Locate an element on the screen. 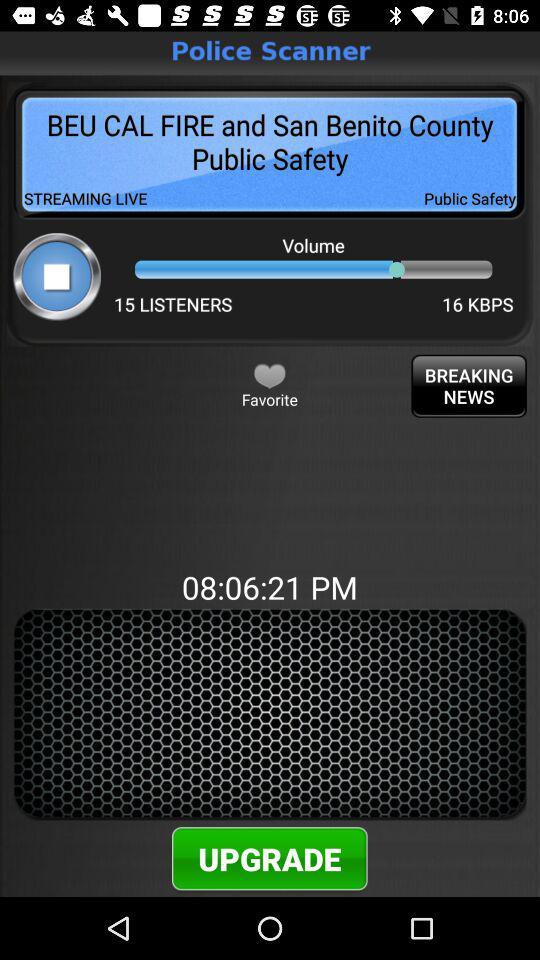 This screenshot has height=960, width=540. button next to the breaking is located at coordinates (269, 374).